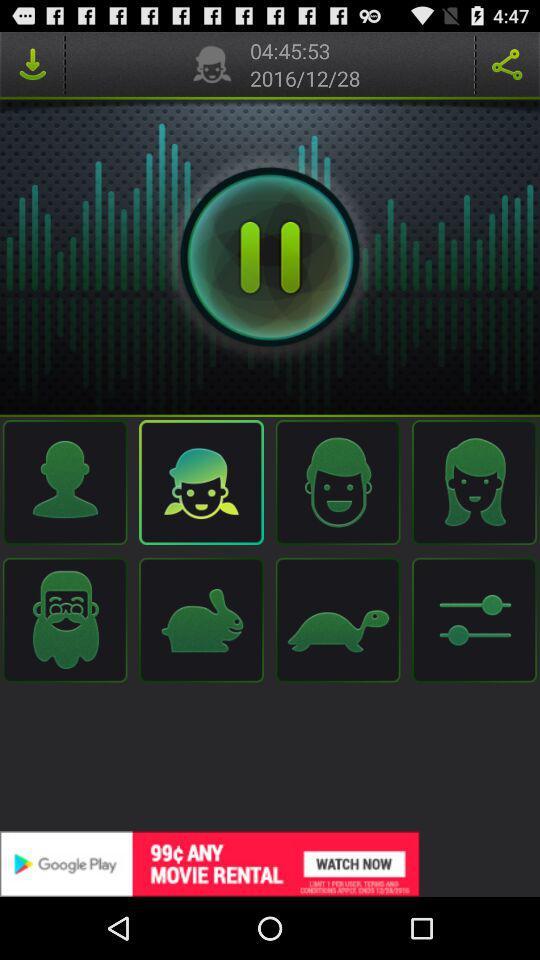  What do you see at coordinates (270, 863) in the screenshot?
I see `redirects you to offer` at bounding box center [270, 863].